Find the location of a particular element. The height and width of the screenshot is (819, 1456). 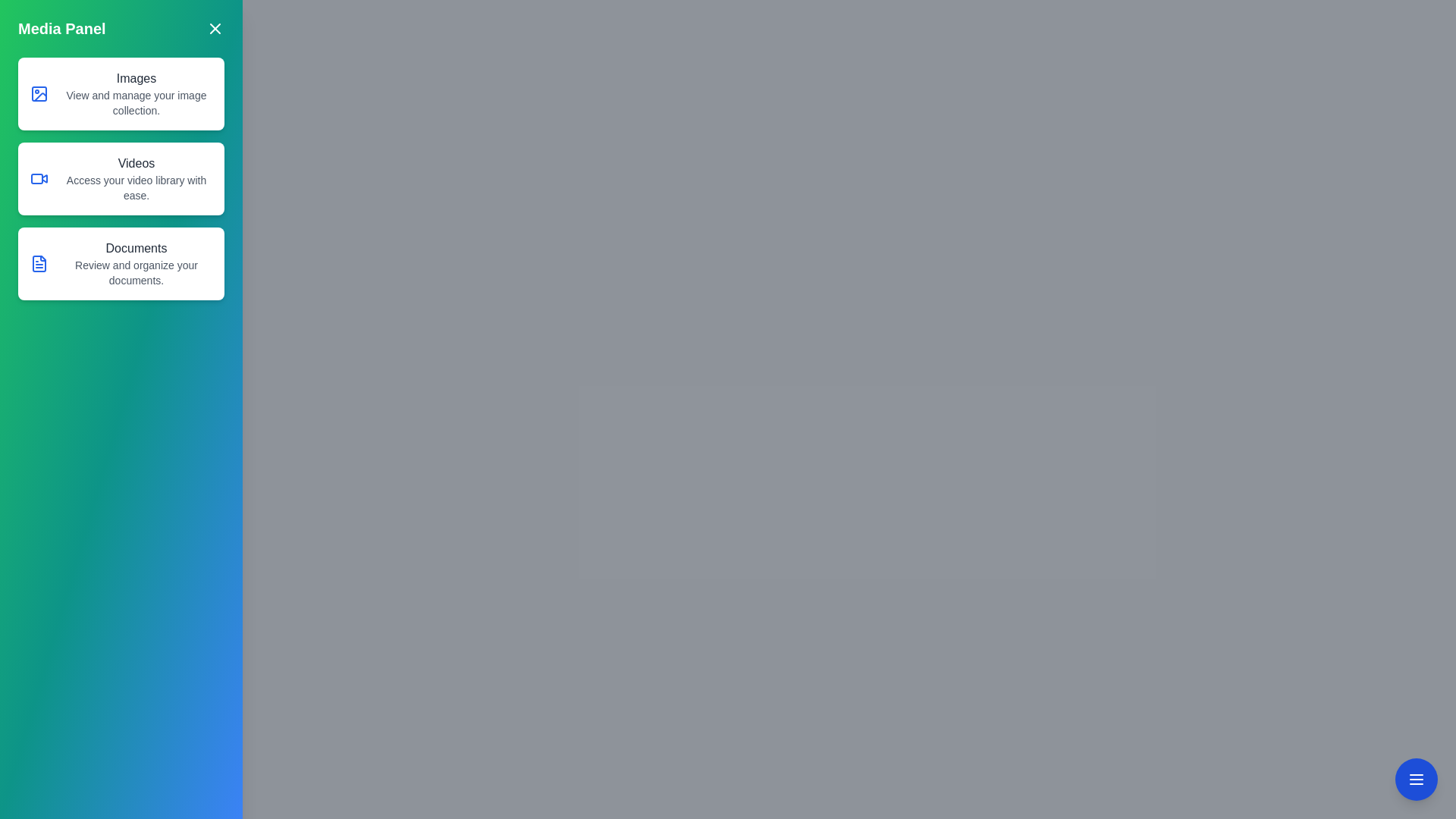

text content of the title Text Label for the first card in the side panel, which provides a brief description of image management is located at coordinates (136, 79).